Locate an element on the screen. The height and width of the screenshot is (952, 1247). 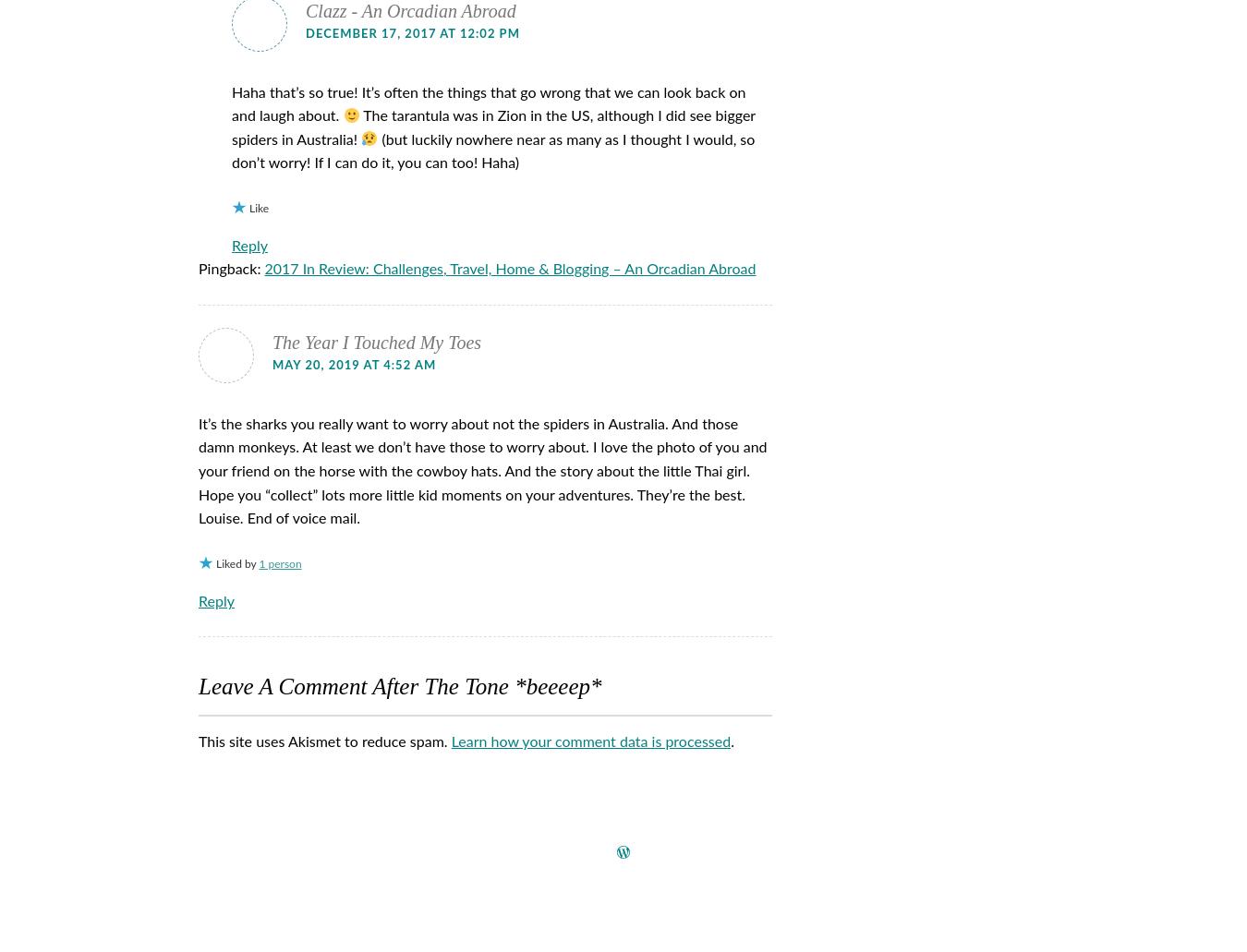
'(but luckily nowhere near as many as I thought I would, so don’t worry! If I can do it, you can too! Haha)' is located at coordinates (230, 151).